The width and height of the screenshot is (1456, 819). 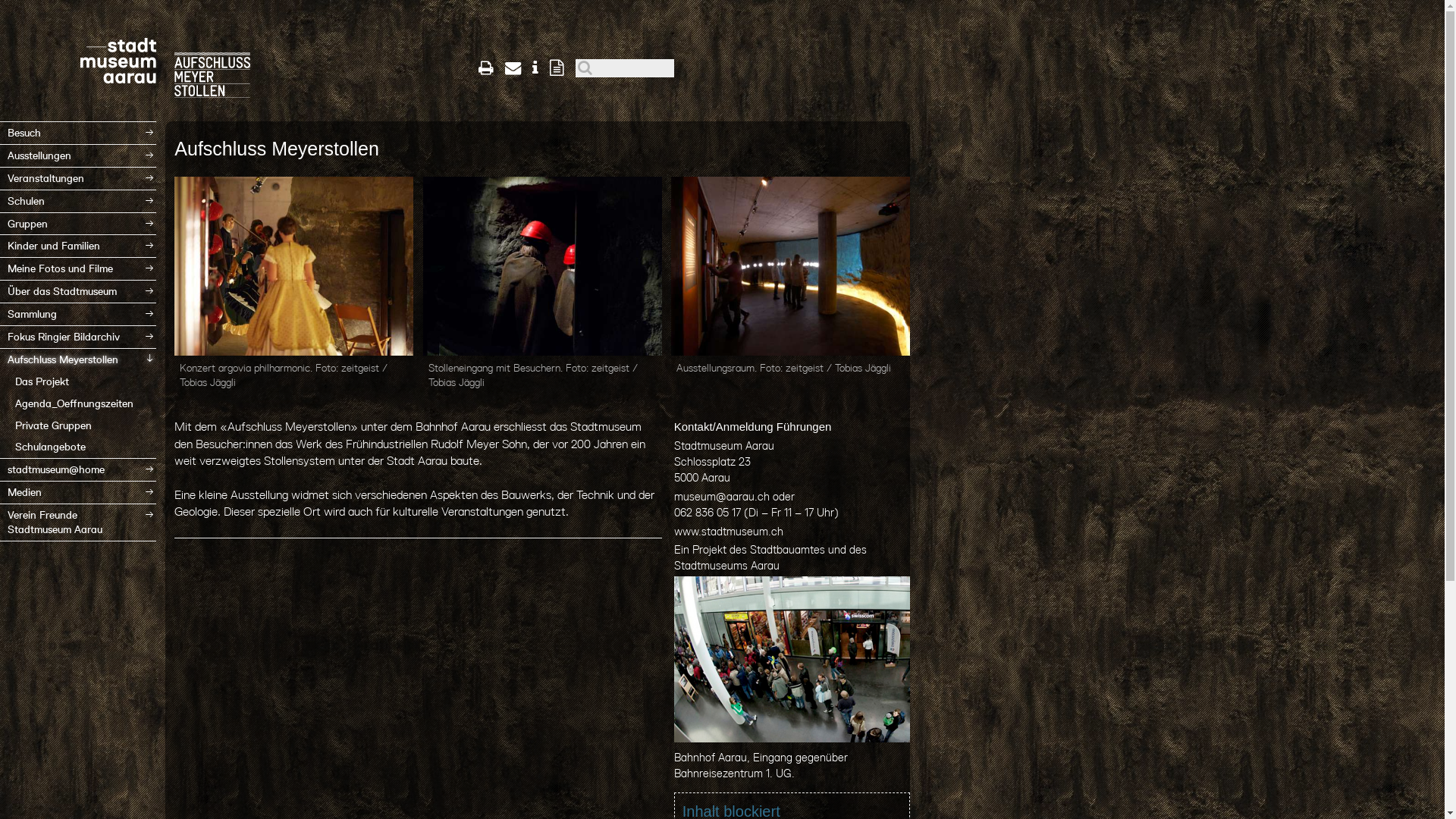 I want to click on 'Verein Freunde Stadtmuseum Aarau', so click(x=0, y=522).